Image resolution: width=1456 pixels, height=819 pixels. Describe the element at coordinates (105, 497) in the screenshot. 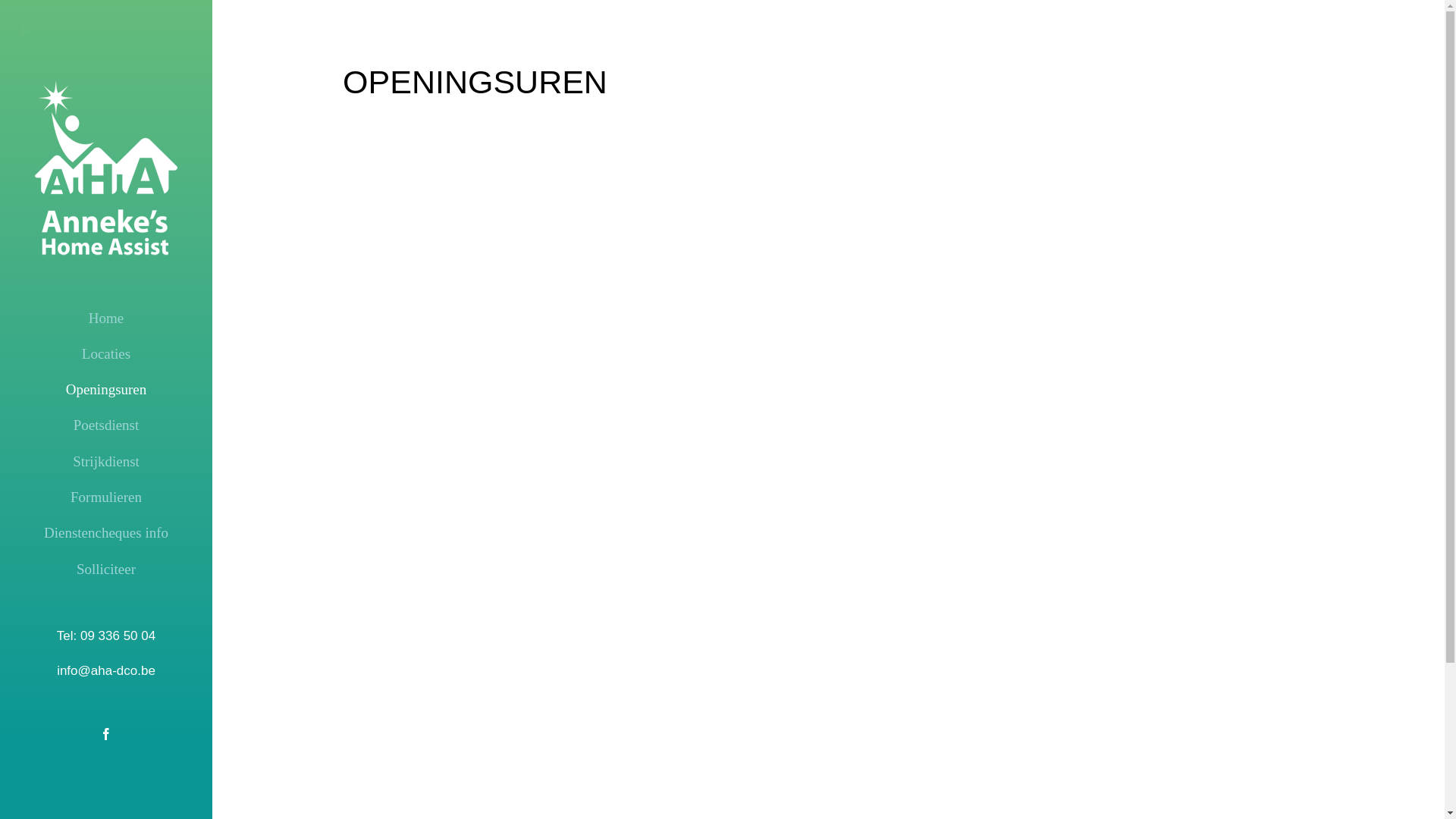

I see `'Formulieren'` at that location.